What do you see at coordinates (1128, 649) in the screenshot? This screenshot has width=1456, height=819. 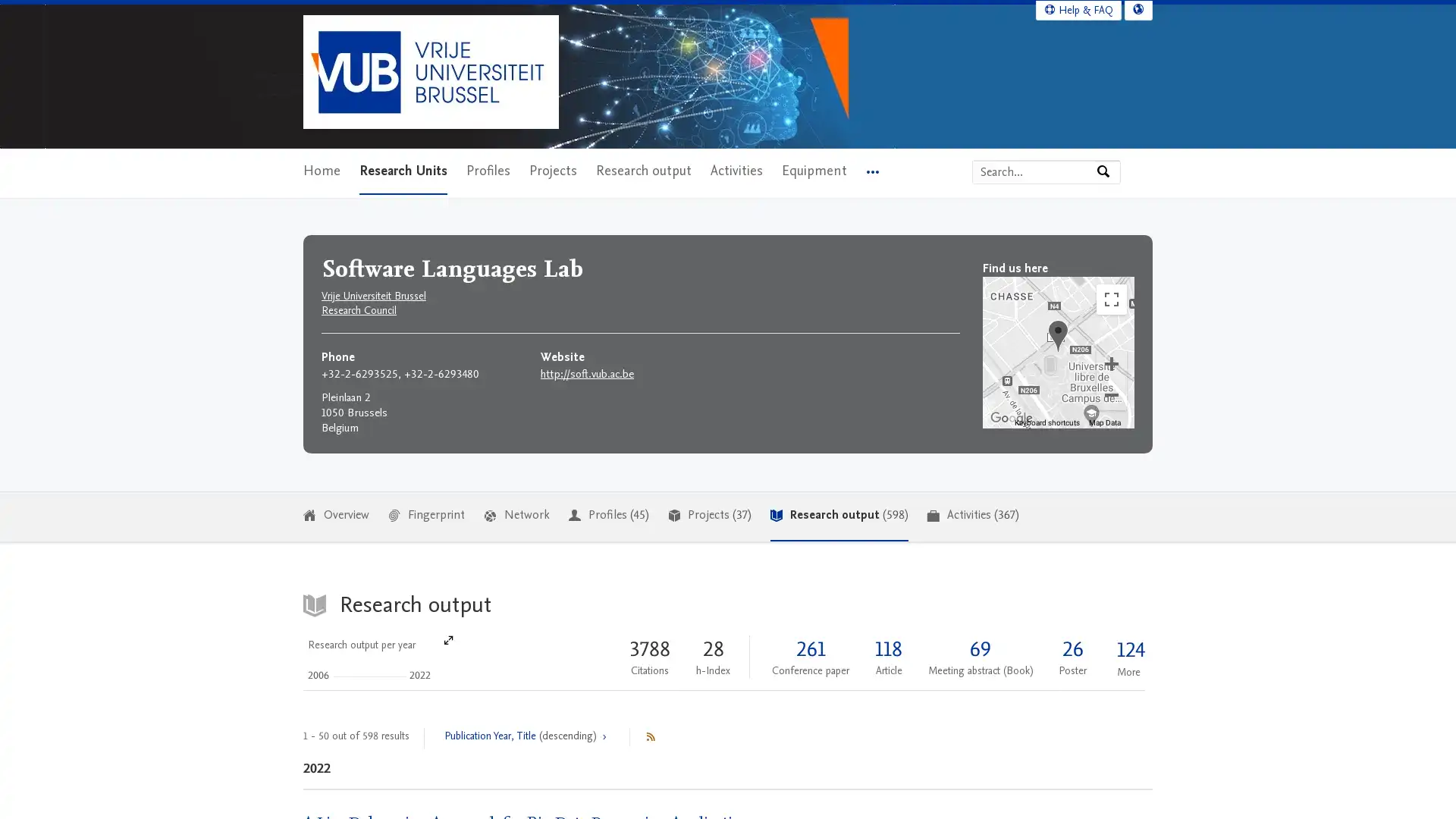 I see `124` at bounding box center [1128, 649].